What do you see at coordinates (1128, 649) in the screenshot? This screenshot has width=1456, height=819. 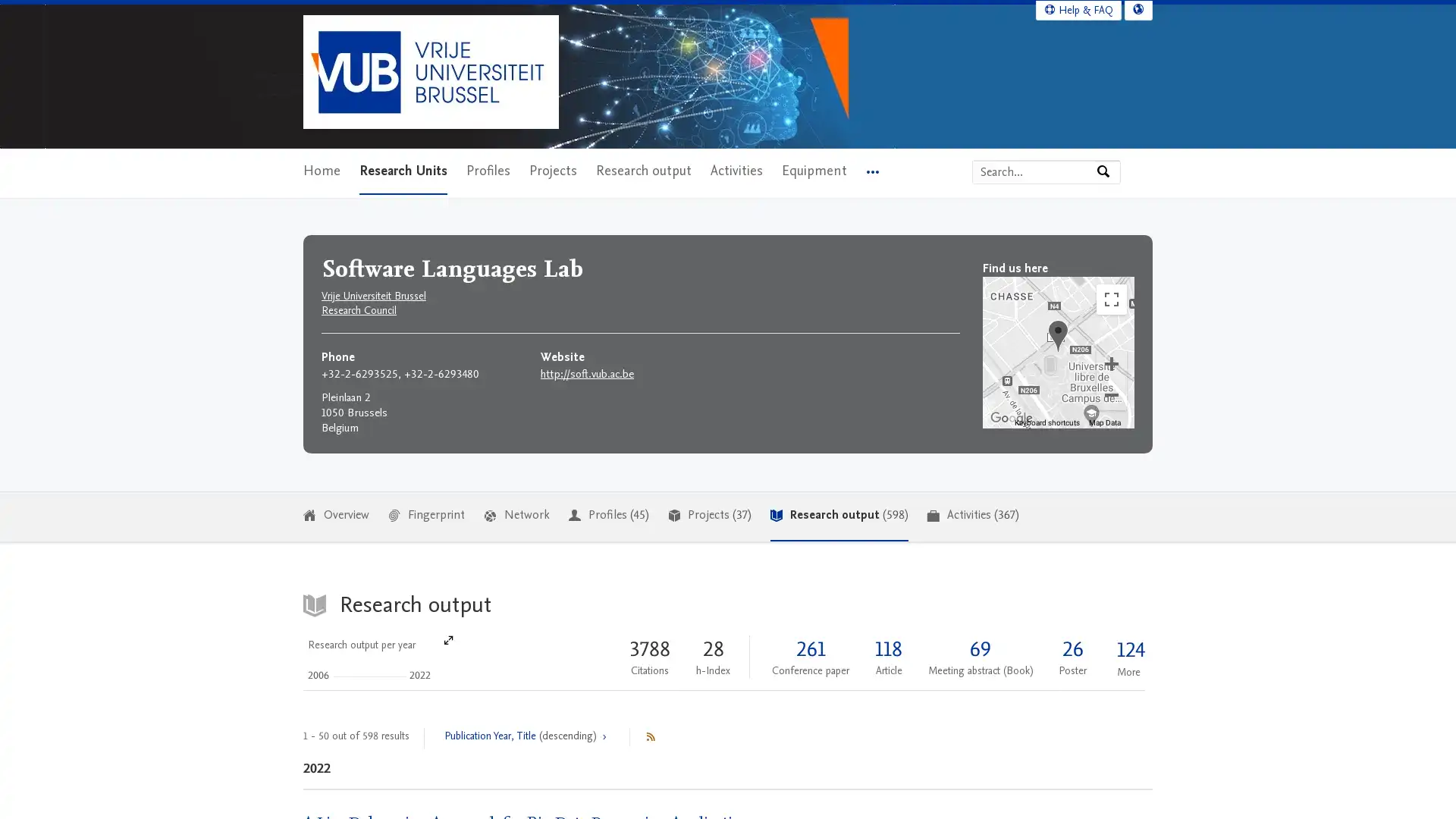 I see `124` at bounding box center [1128, 649].